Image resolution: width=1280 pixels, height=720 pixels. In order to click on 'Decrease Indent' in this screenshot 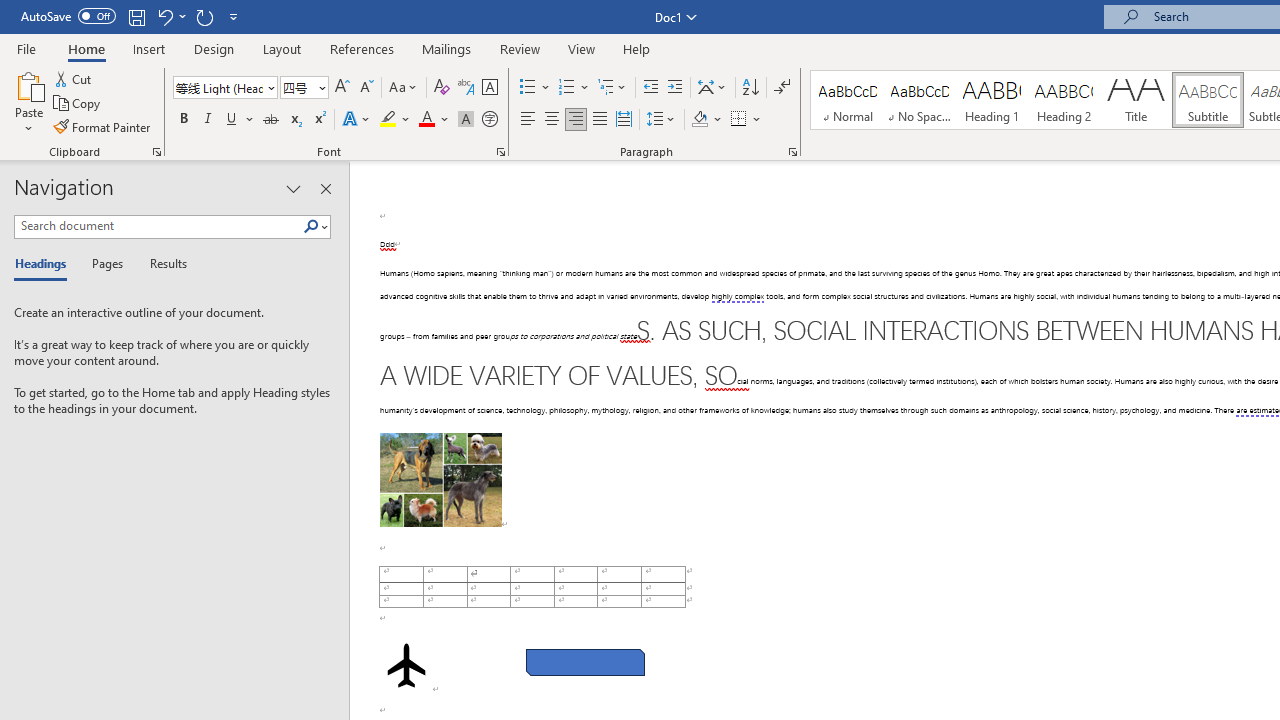, I will do `click(650, 86)`.